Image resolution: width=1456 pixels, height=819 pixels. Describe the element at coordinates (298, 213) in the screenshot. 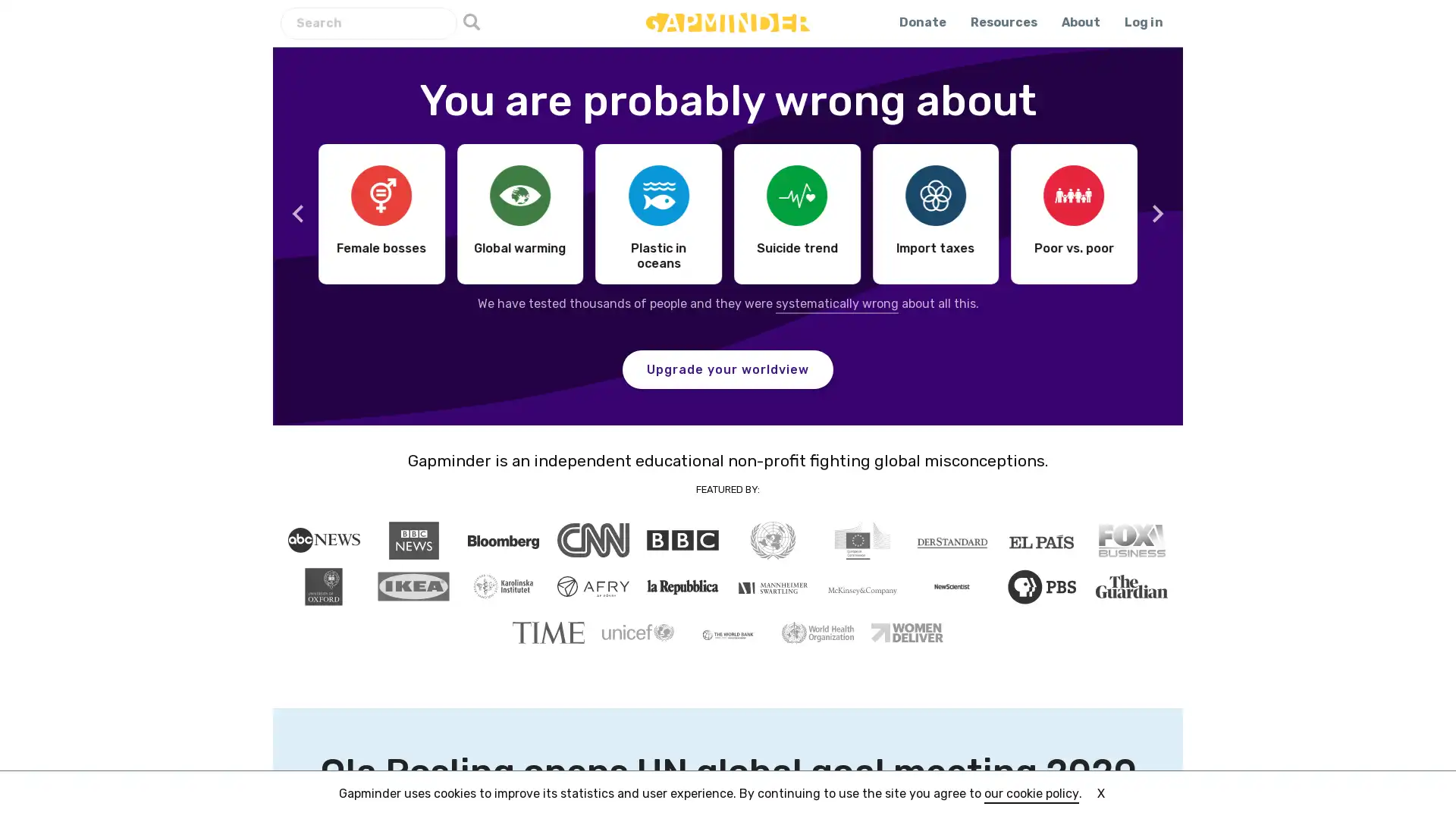

I see `Go to last slide` at that location.